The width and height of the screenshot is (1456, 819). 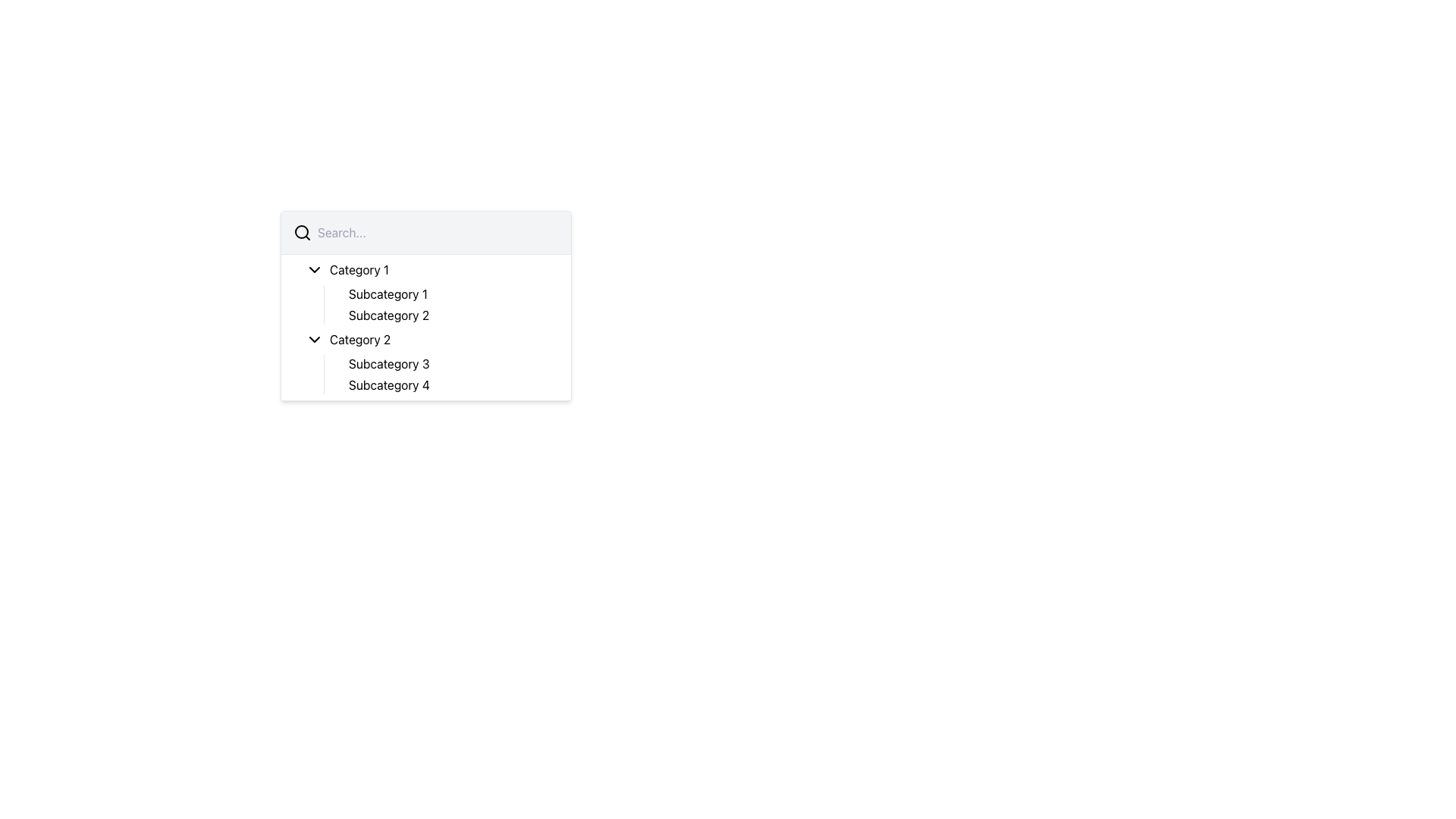 I want to click on the Text label representing the second subcategory under 'Subcategory 3' in the 'Category 2' expandable menu, so click(x=389, y=384).